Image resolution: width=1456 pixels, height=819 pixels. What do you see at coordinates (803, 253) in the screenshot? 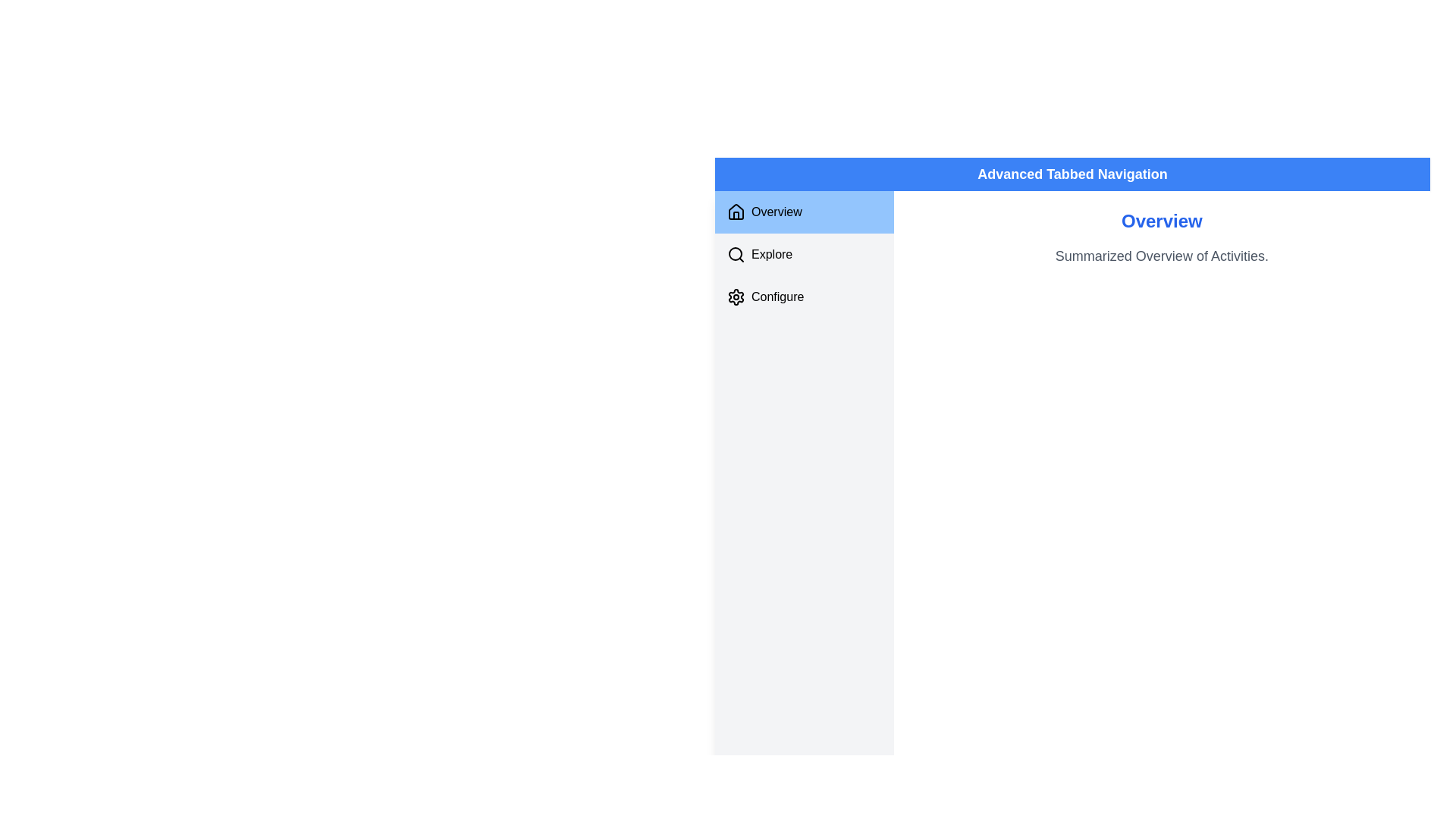
I see `the 'Explore' button in the sidebar navigation to trigger the background color change` at bounding box center [803, 253].